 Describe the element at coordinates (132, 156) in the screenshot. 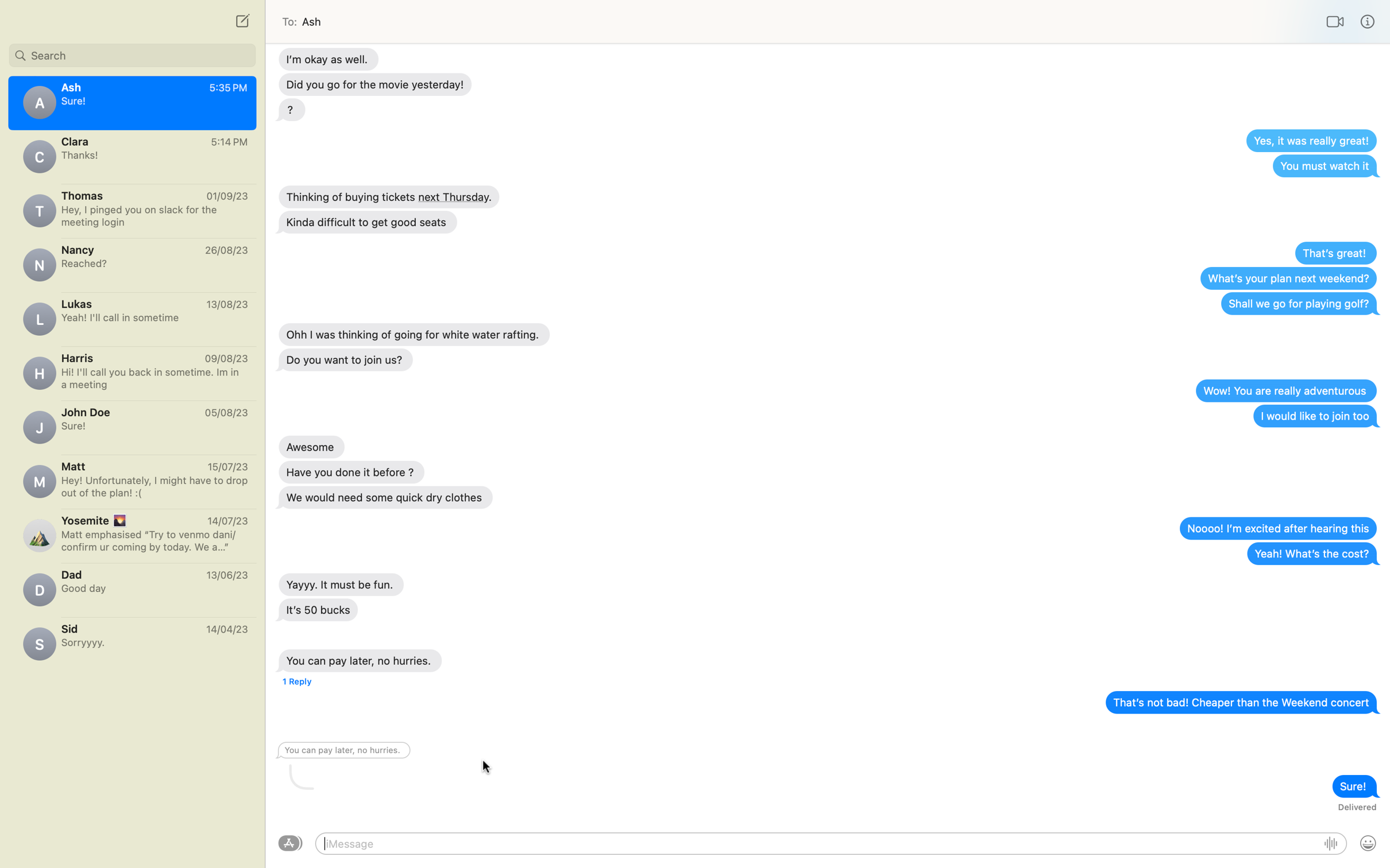

I see `Navigate and view previous messages with Clara` at that location.